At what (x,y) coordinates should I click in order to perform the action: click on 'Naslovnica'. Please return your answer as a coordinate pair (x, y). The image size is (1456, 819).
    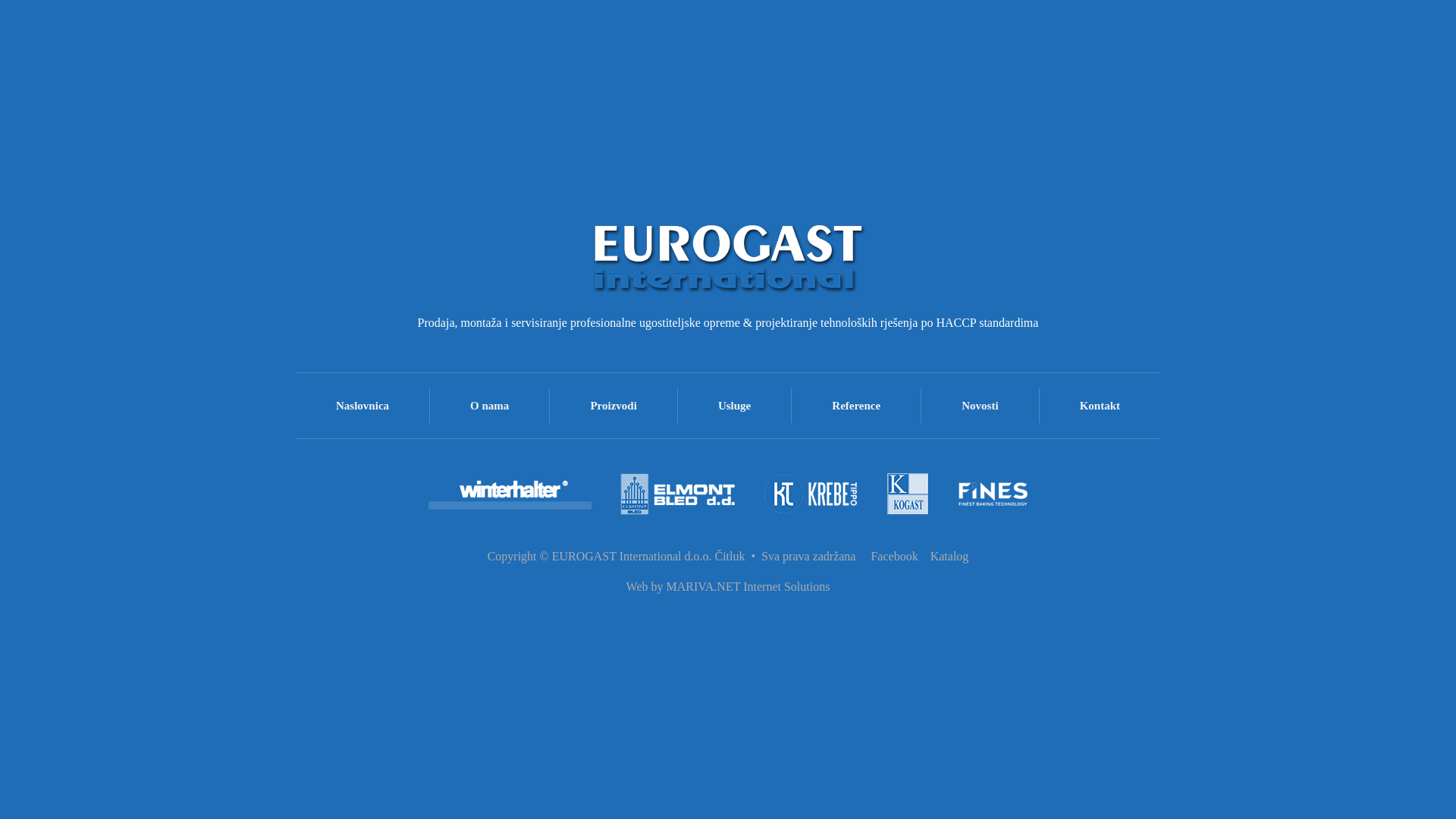
    Looking at the image, I should click on (295, 405).